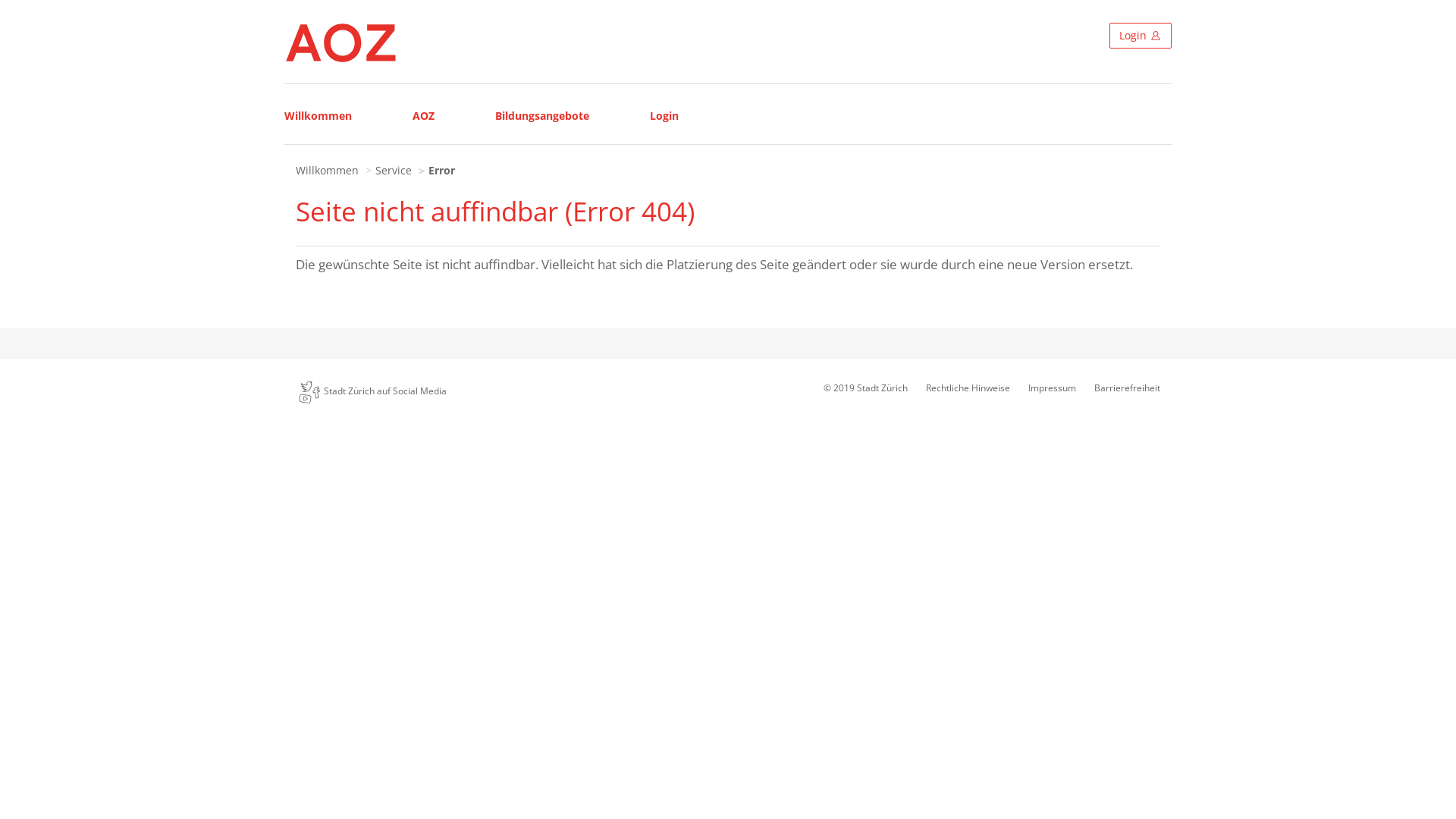 The height and width of the screenshot is (819, 1456). What do you see at coordinates (542, 113) in the screenshot?
I see `'Bildungsangebote'` at bounding box center [542, 113].